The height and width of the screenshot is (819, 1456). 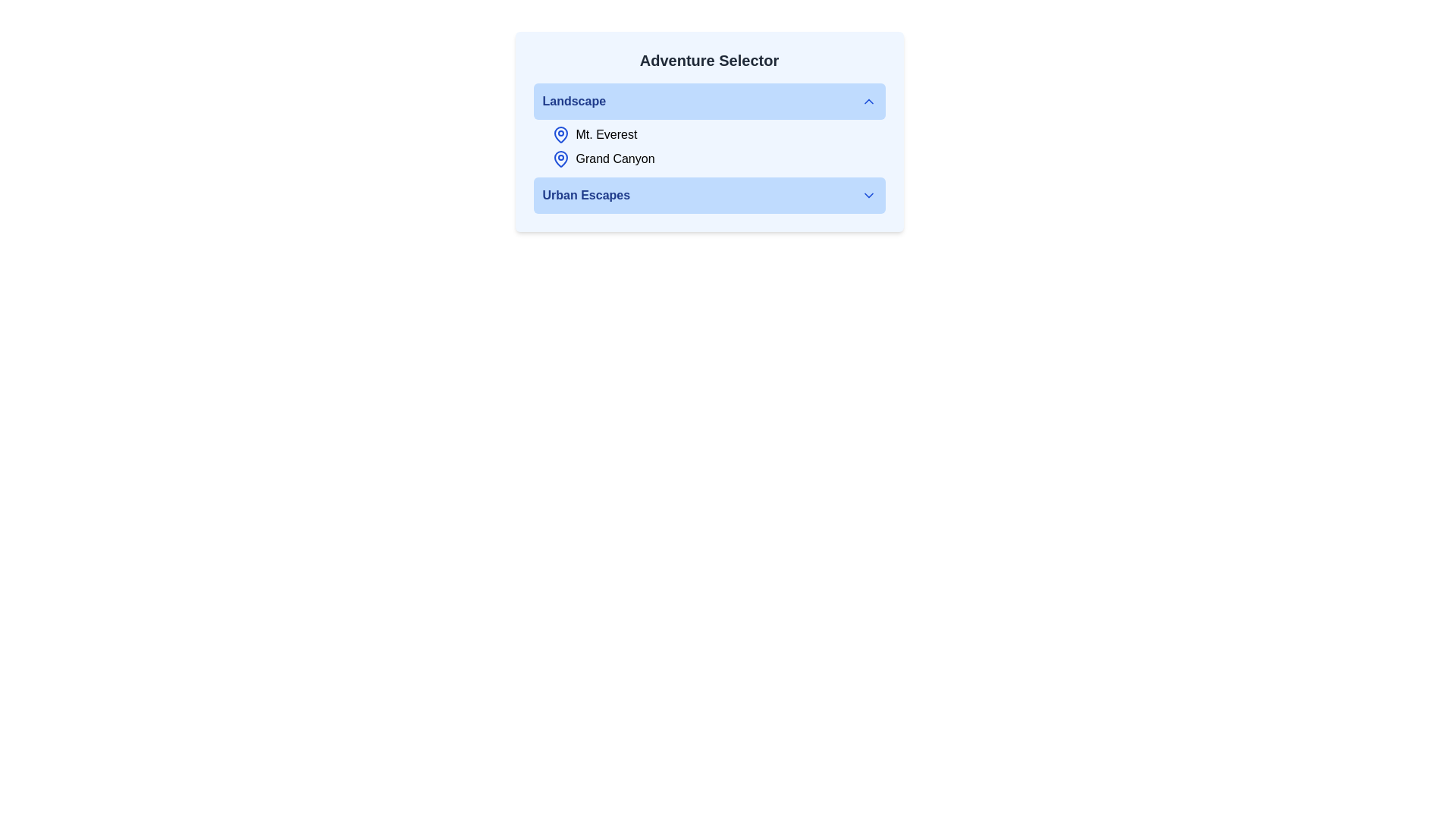 I want to click on the bold title text element labeled 'Adventure Selector', which is prominently displayed at the top of a light blue card layout, so click(x=708, y=60).